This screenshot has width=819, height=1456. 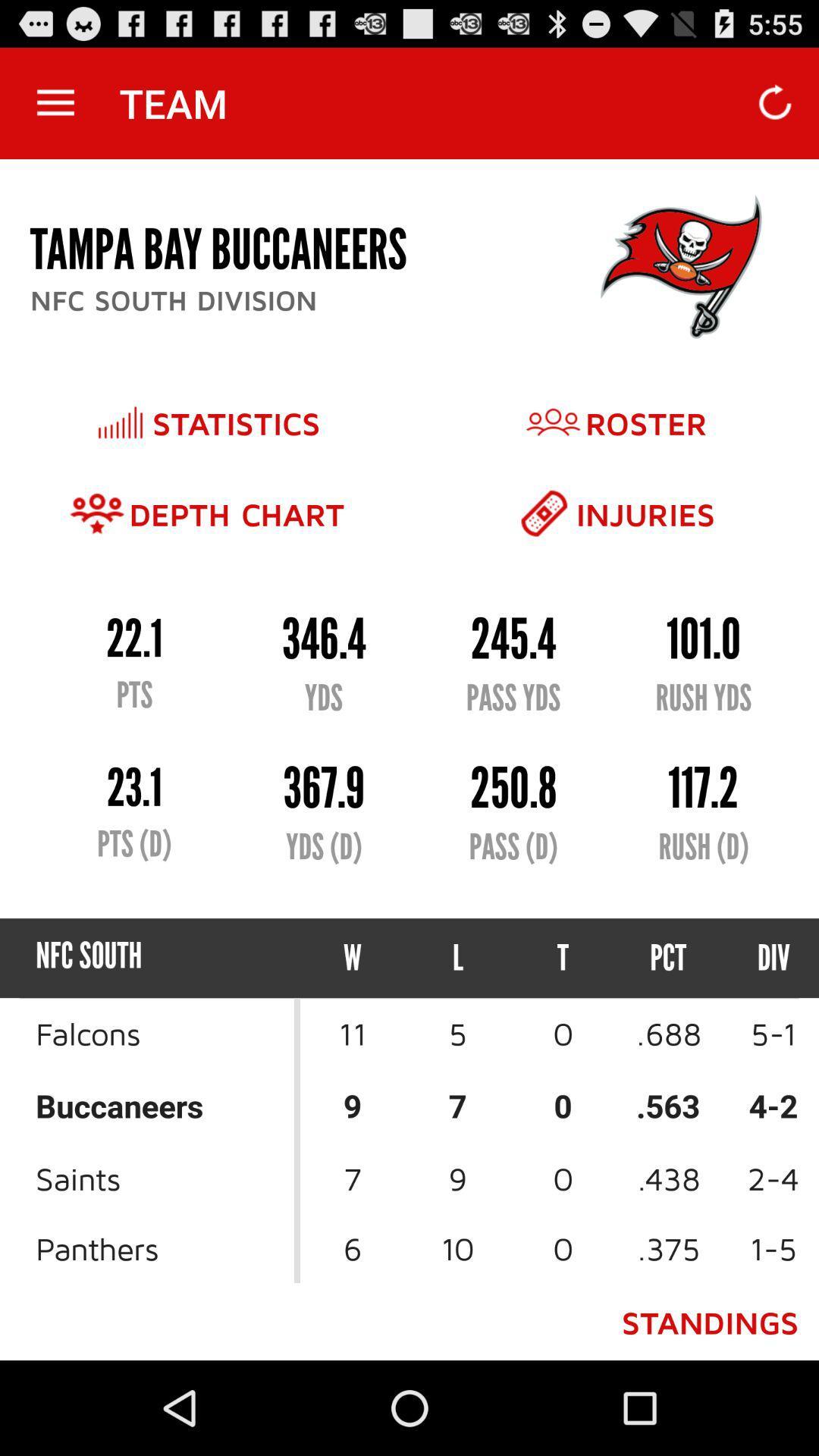 I want to click on item next to the l, so click(x=353, y=957).